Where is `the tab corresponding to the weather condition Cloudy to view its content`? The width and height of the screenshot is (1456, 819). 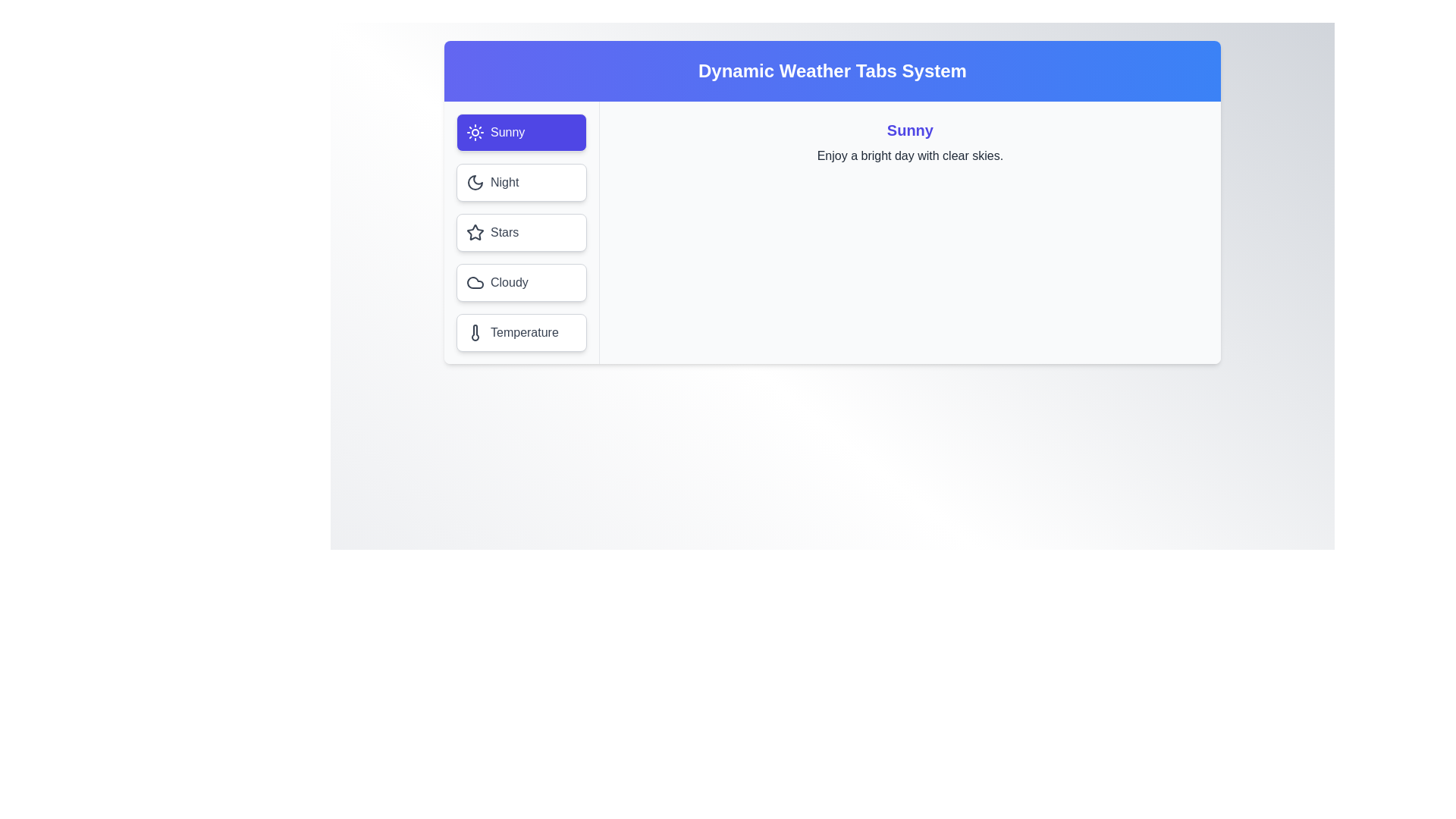
the tab corresponding to the weather condition Cloudy to view its content is located at coordinates (520, 283).